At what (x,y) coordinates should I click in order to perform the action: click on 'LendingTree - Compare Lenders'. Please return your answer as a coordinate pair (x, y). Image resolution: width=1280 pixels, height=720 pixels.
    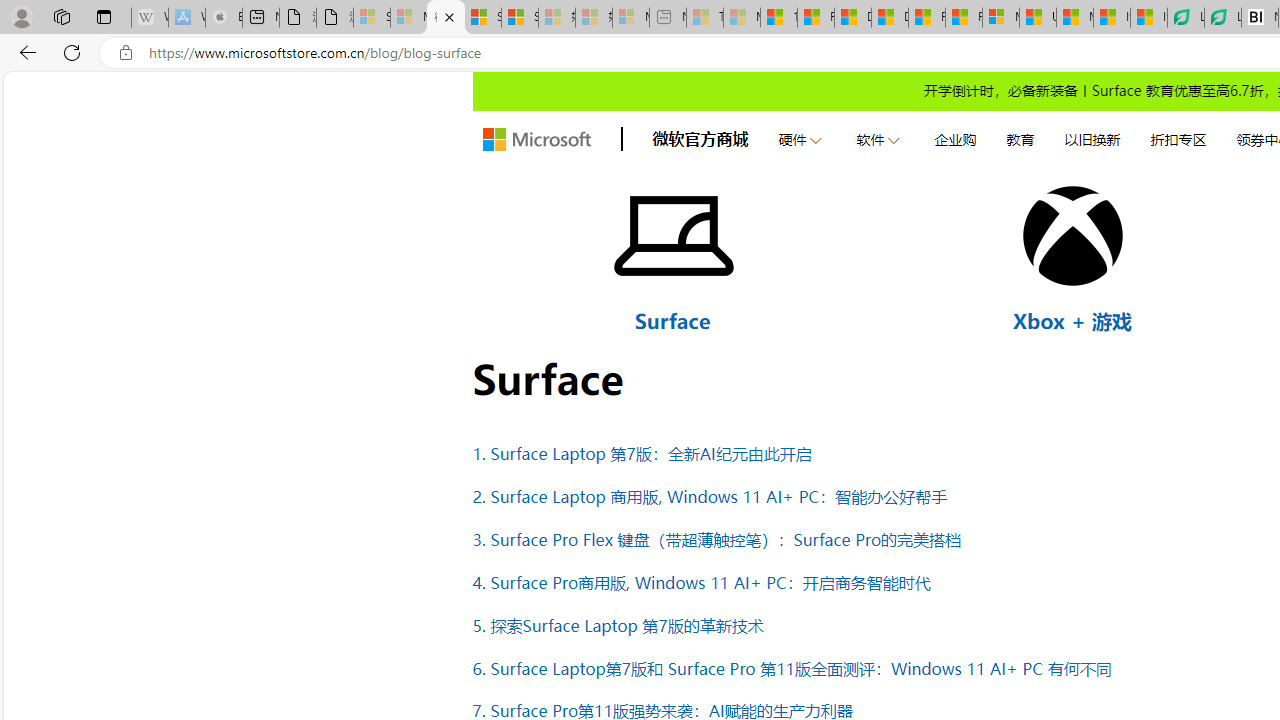
    Looking at the image, I should click on (1222, 17).